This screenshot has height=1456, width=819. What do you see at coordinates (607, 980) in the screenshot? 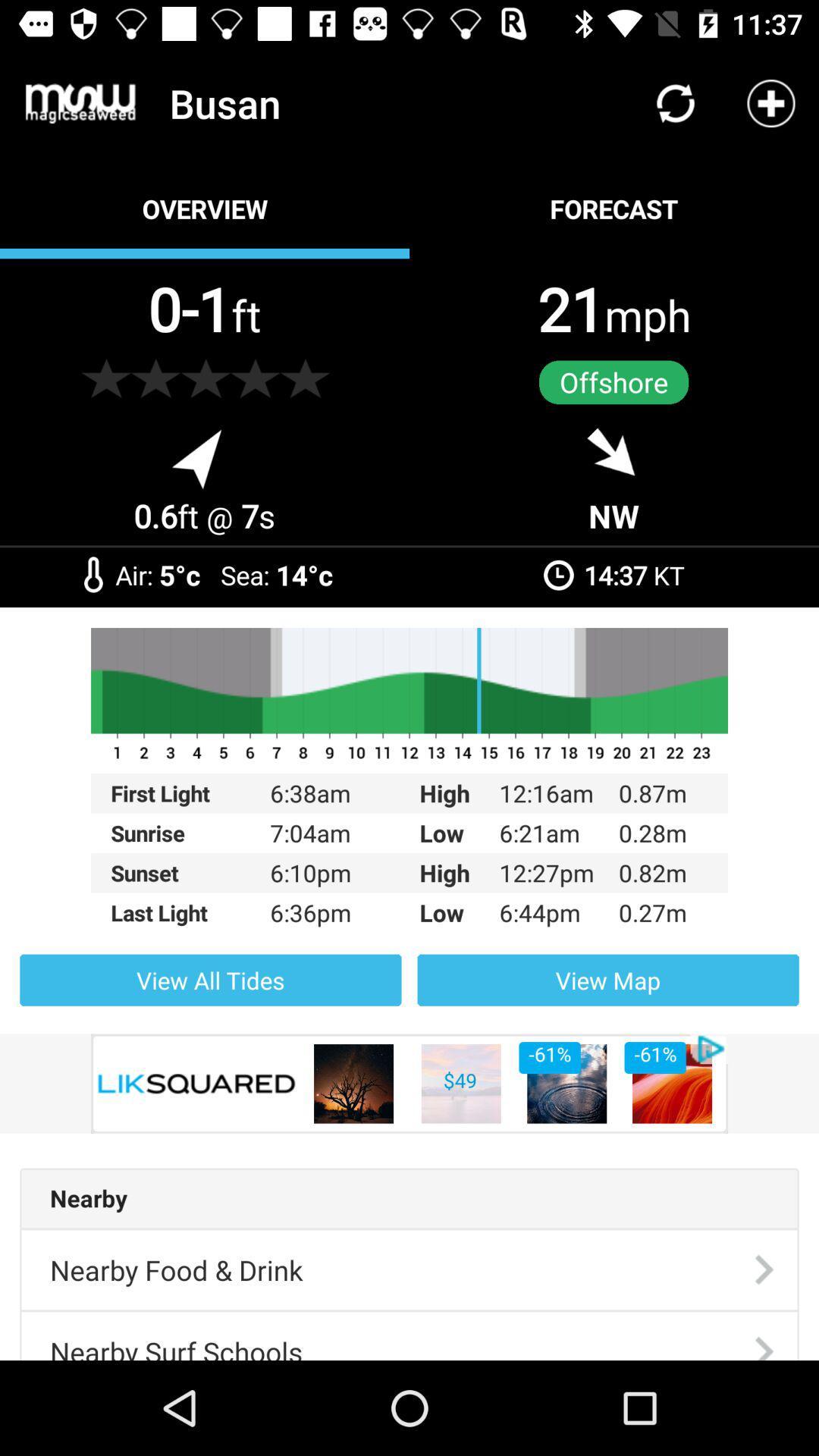
I see `the icon below low icon` at bounding box center [607, 980].